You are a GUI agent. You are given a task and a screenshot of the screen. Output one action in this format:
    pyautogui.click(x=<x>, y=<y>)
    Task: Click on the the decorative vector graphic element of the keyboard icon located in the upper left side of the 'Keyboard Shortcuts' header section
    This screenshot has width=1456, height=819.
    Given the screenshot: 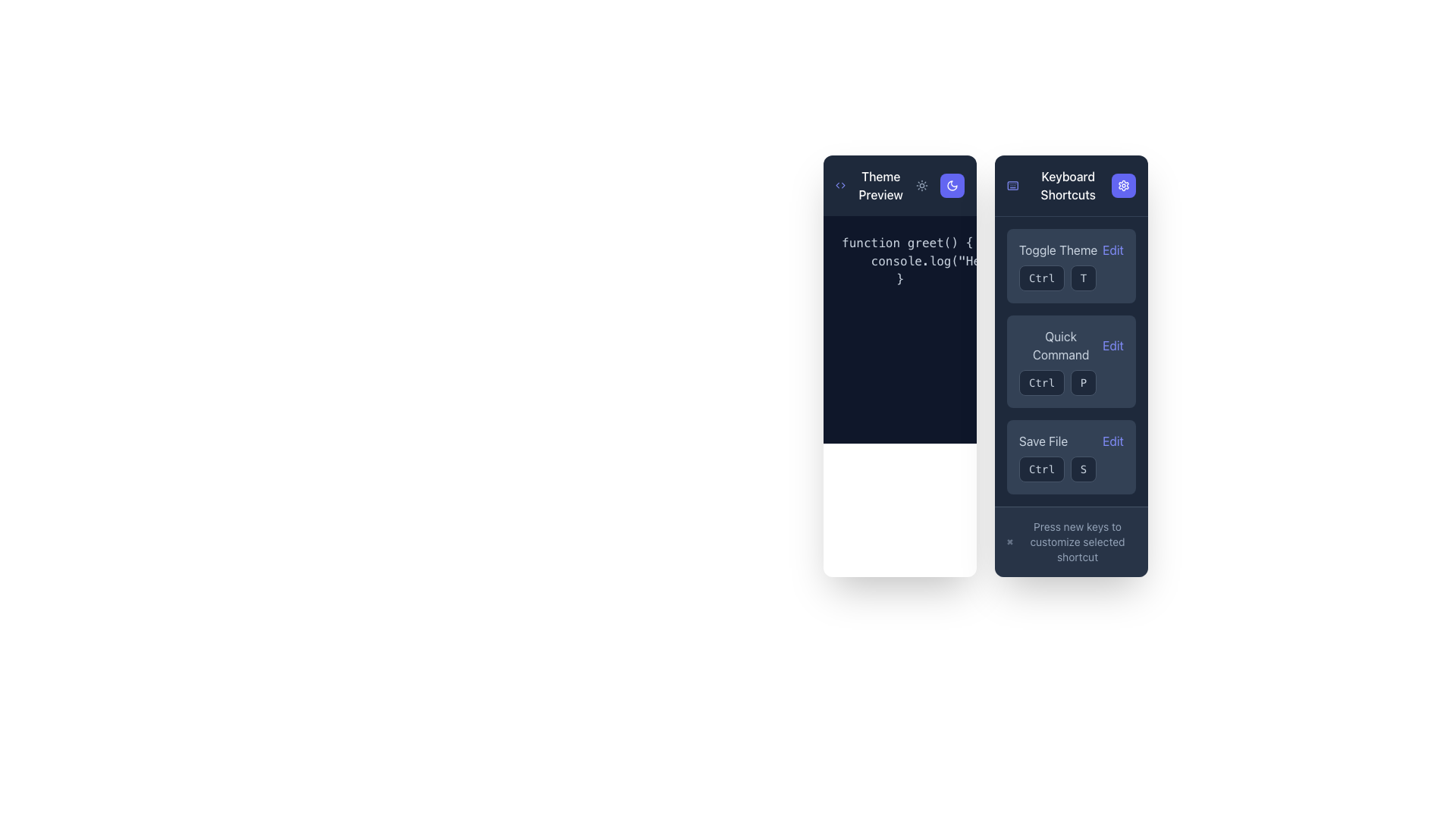 What is the action you would take?
    pyautogui.click(x=1012, y=185)
    